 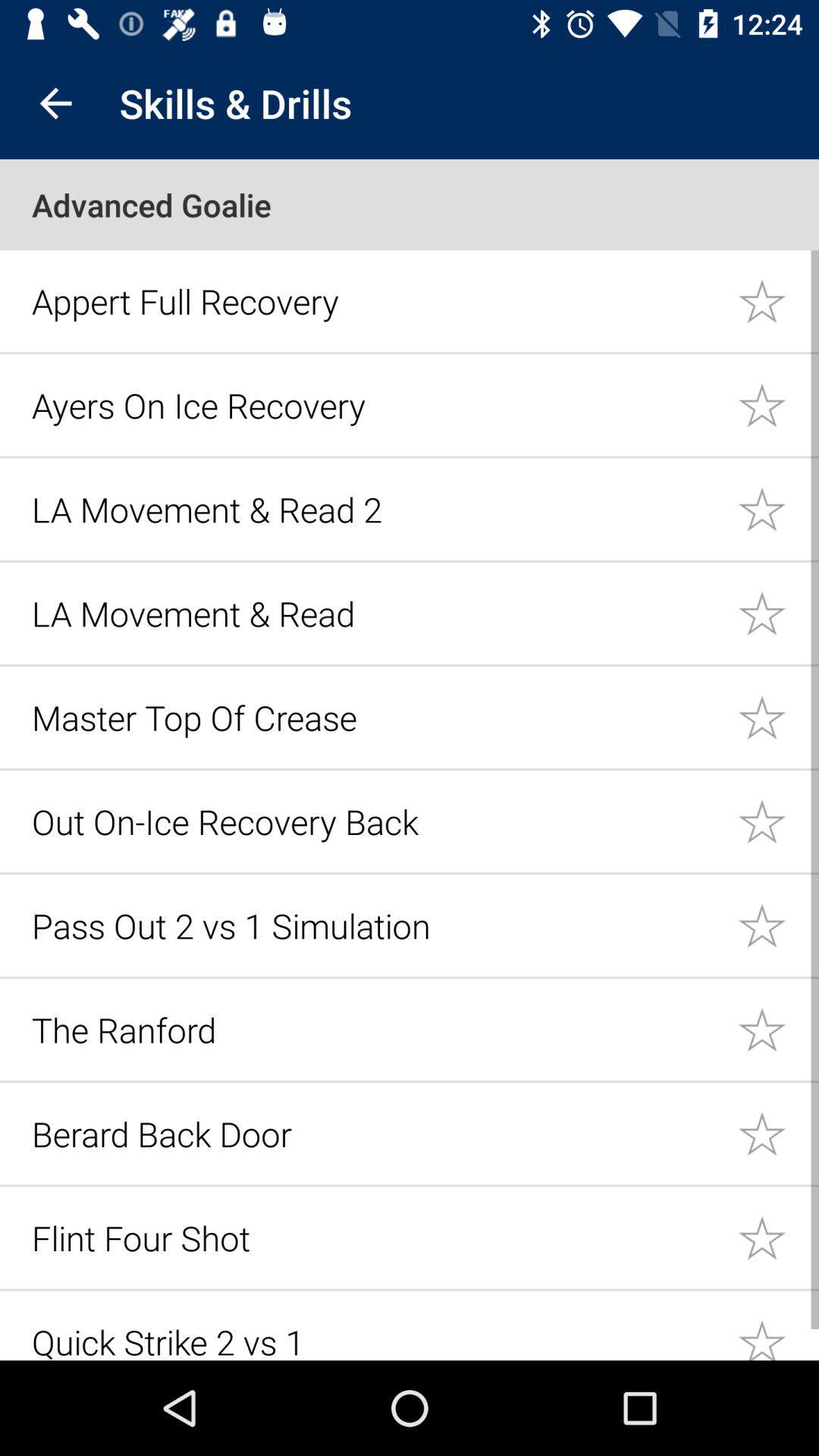 I want to click on second list item to list of starred items, so click(x=778, y=404).